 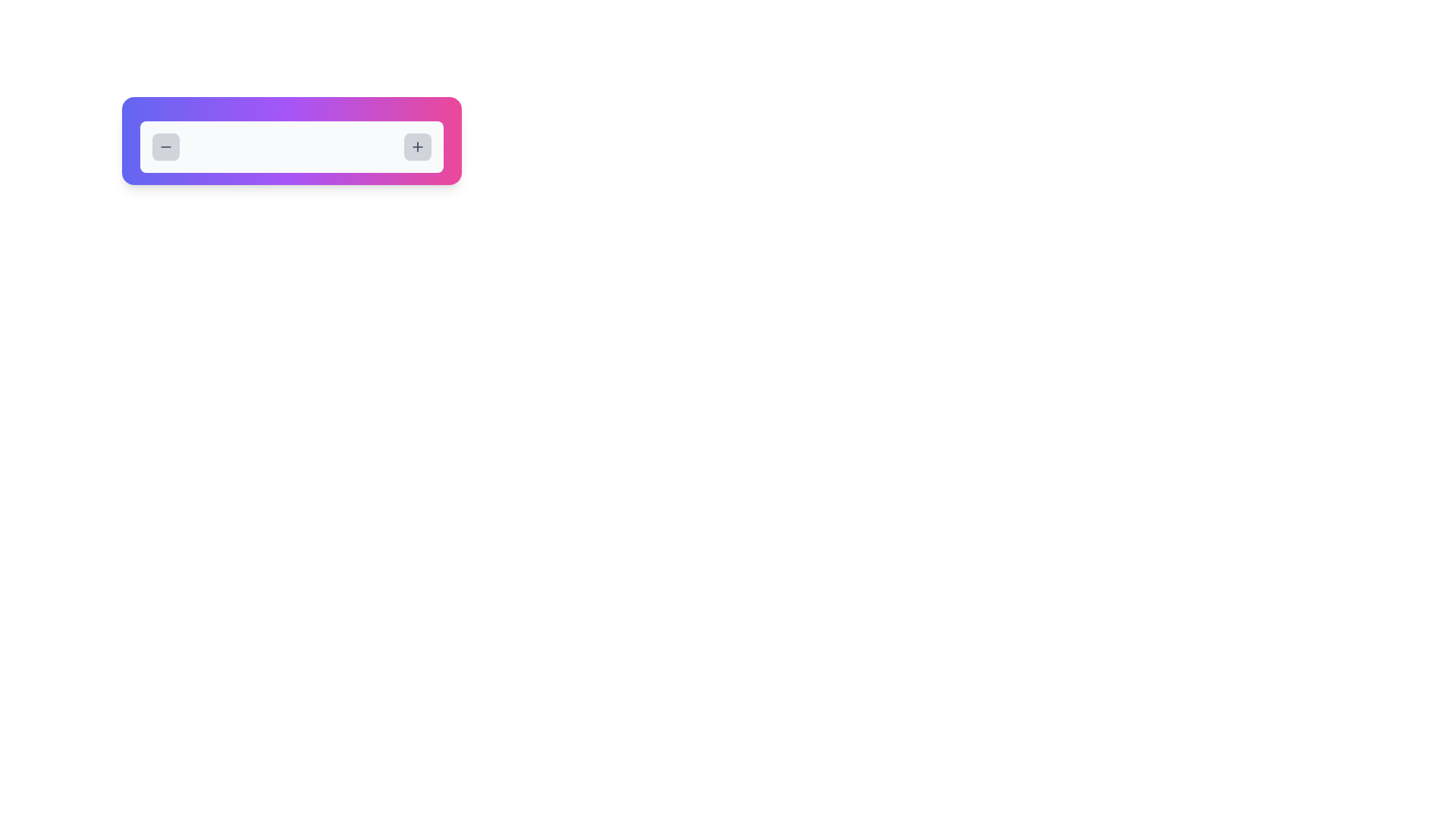 What do you see at coordinates (418, 146) in the screenshot?
I see `the 'plus' icon styled with a stroke color located within the rightmost rounded button with a light gray background` at bounding box center [418, 146].